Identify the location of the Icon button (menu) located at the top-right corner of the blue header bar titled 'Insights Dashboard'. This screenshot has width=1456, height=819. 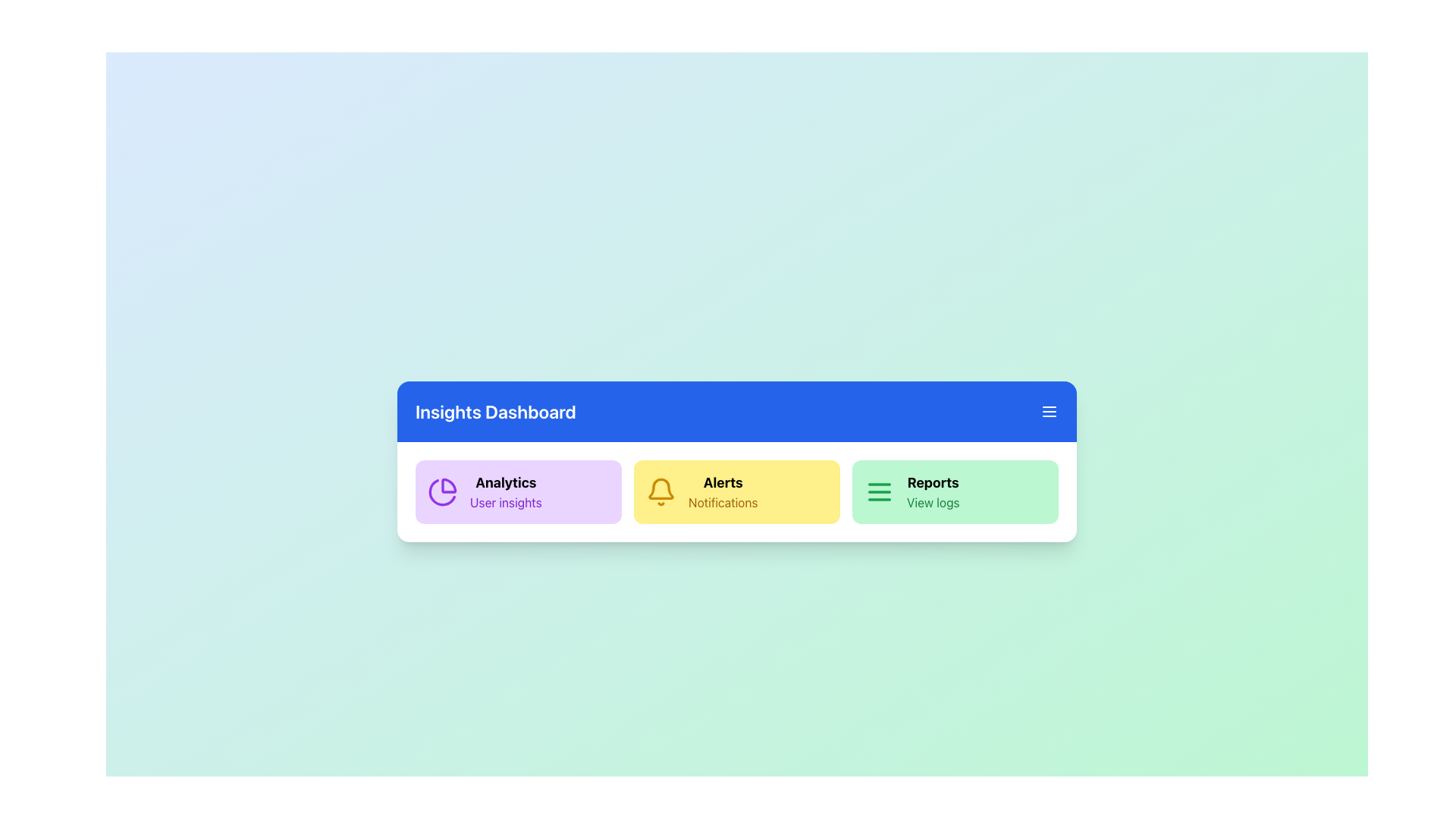
(1048, 412).